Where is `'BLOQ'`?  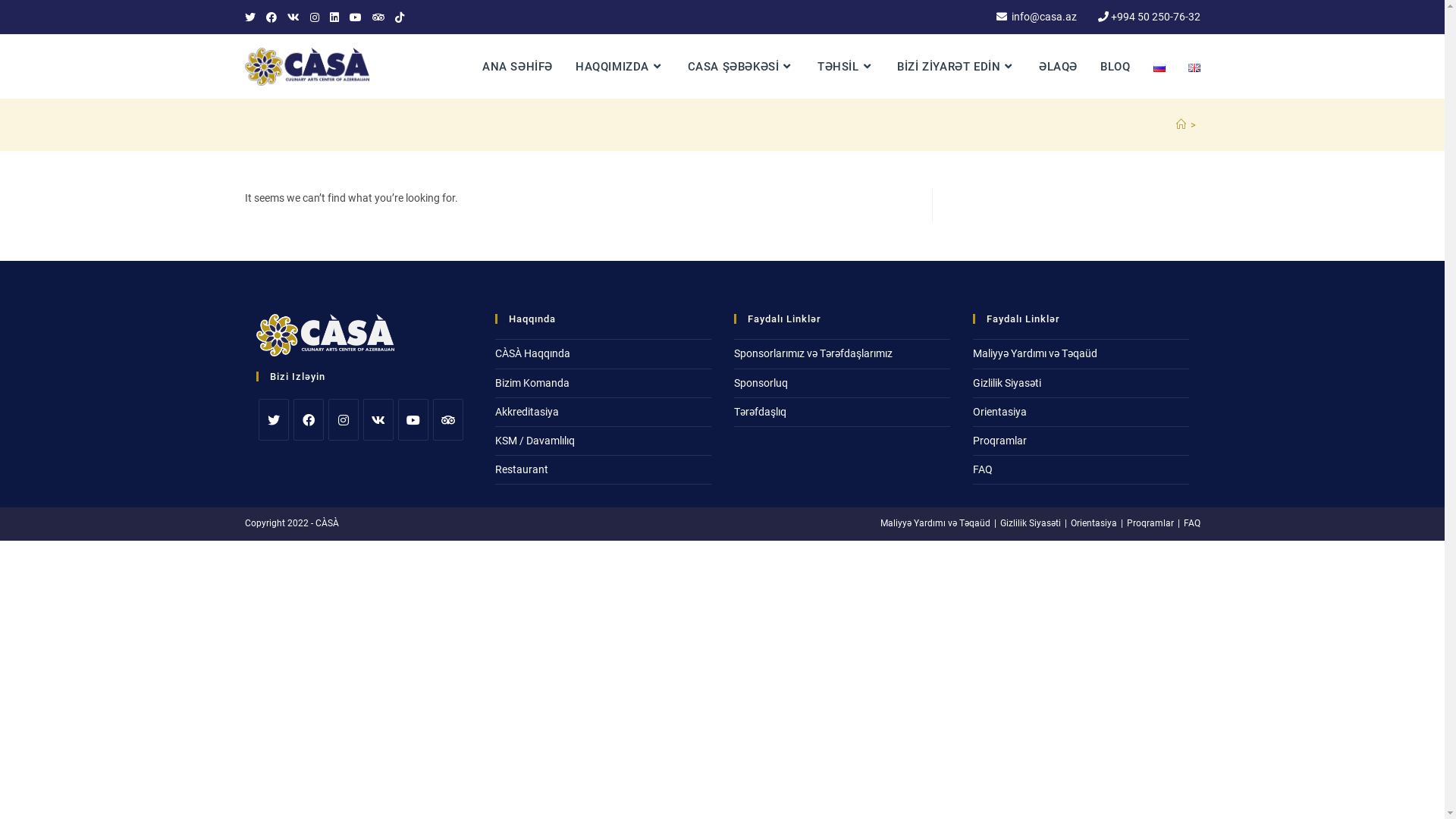 'BLOQ' is located at coordinates (1115, 66).